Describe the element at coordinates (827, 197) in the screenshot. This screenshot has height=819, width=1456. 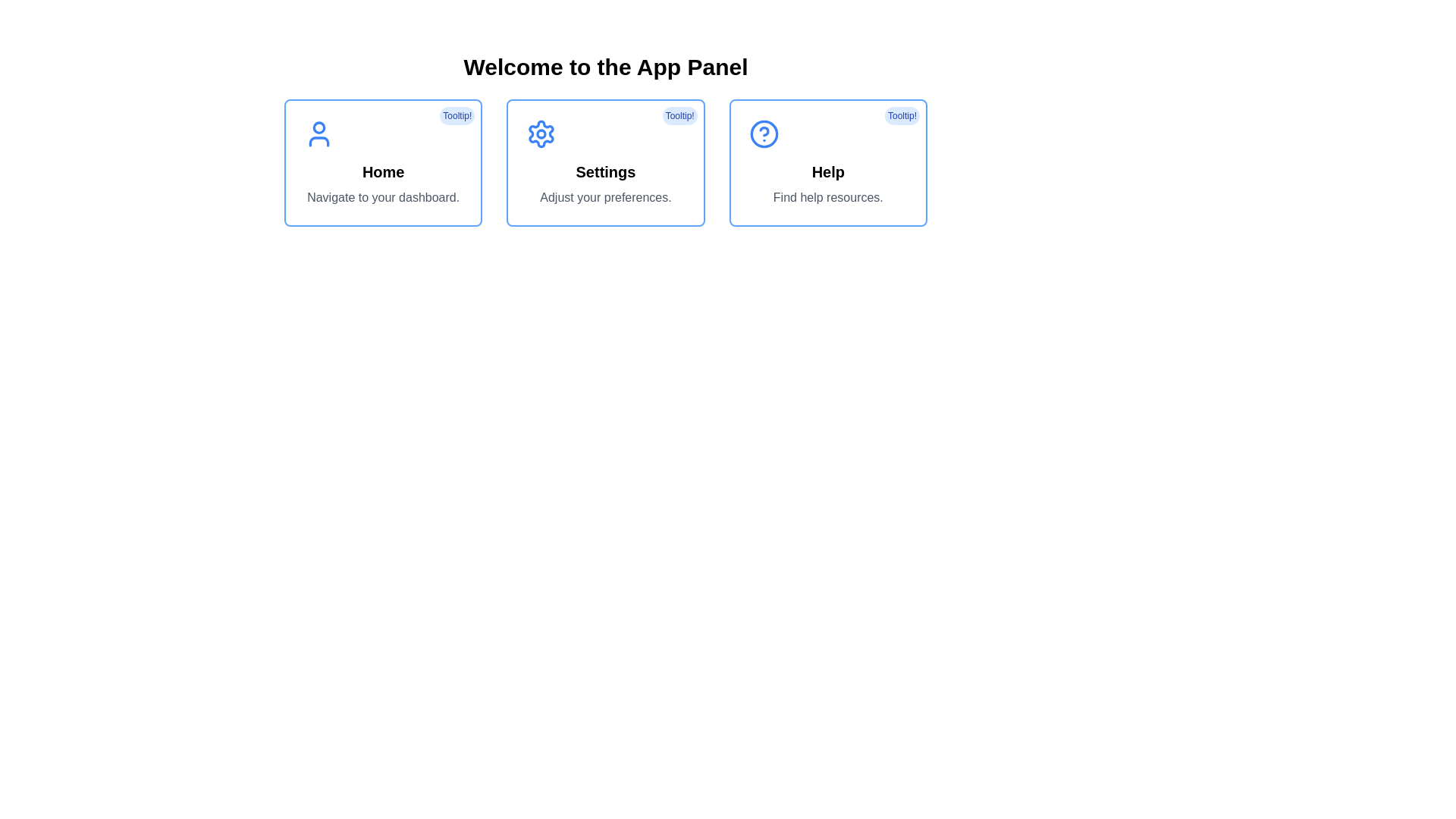
I see `text label that says 'Find help resources.' located at the bottom of the 'Help' card, which is the third card in a row of cards` at that location.